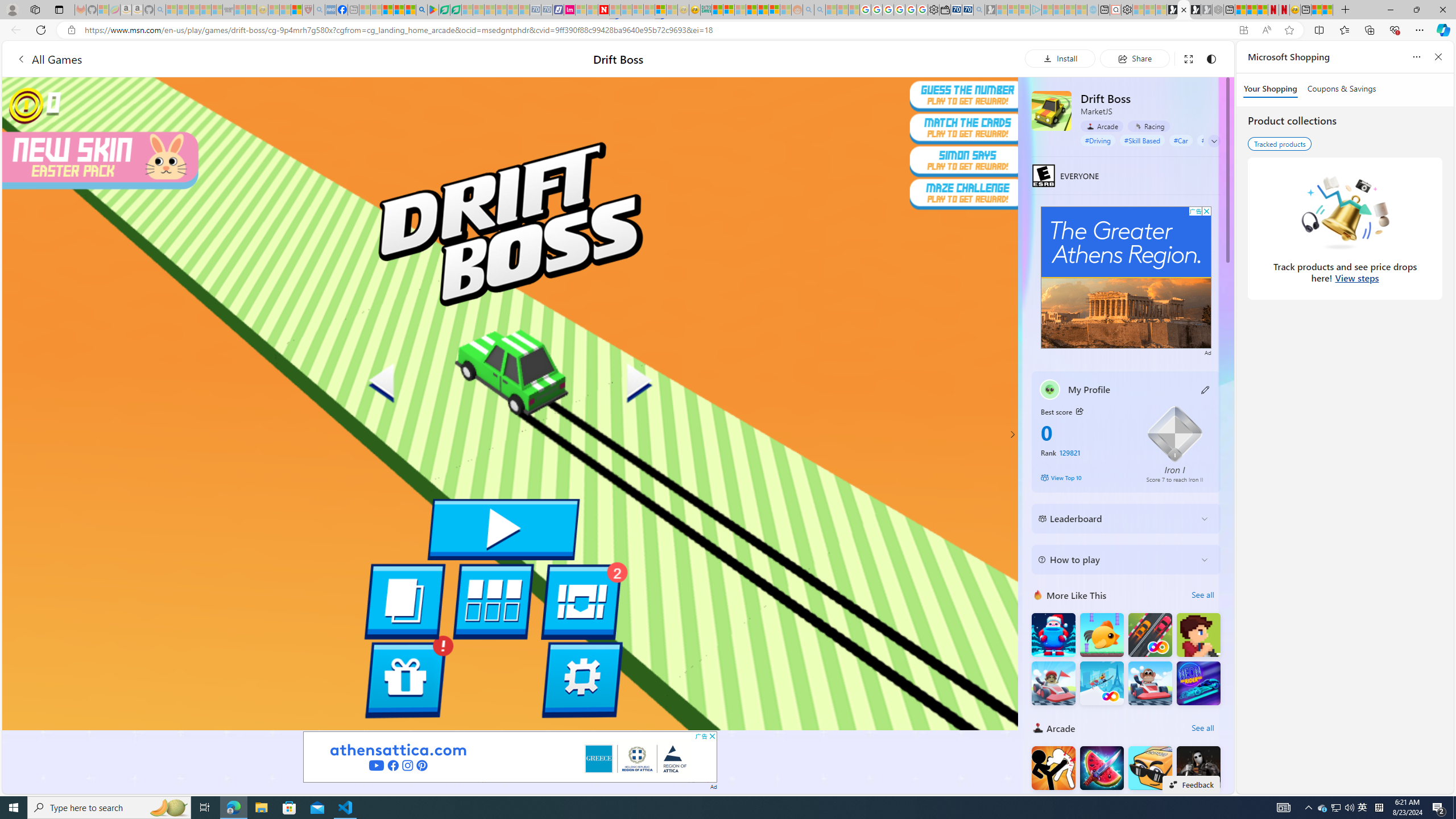  Describe the element at coordinates (1101, 126) in the screenshot. I see `'Arcade'` at that location.